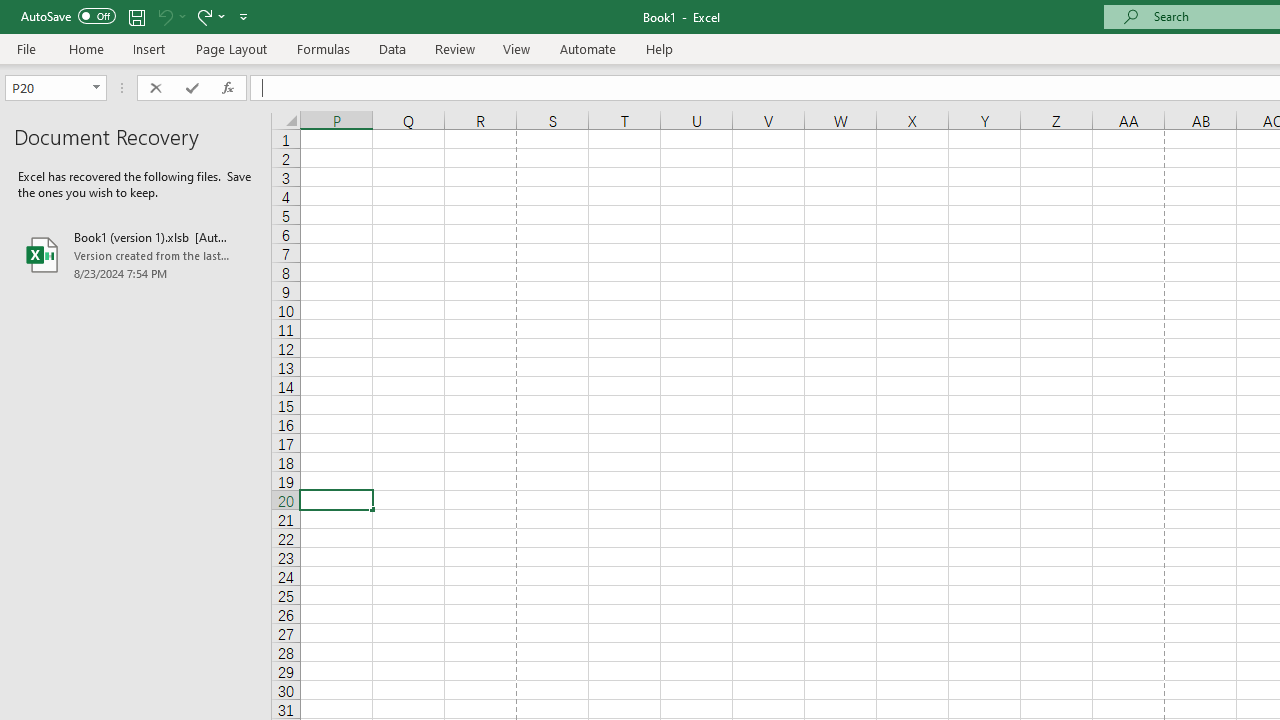 Image resolution: width=1280 pixels, height=720 pixels. What do you see at coordinates (454, 48) in the screenshot?
I see `'Review'` at bounding box center [454, 48].